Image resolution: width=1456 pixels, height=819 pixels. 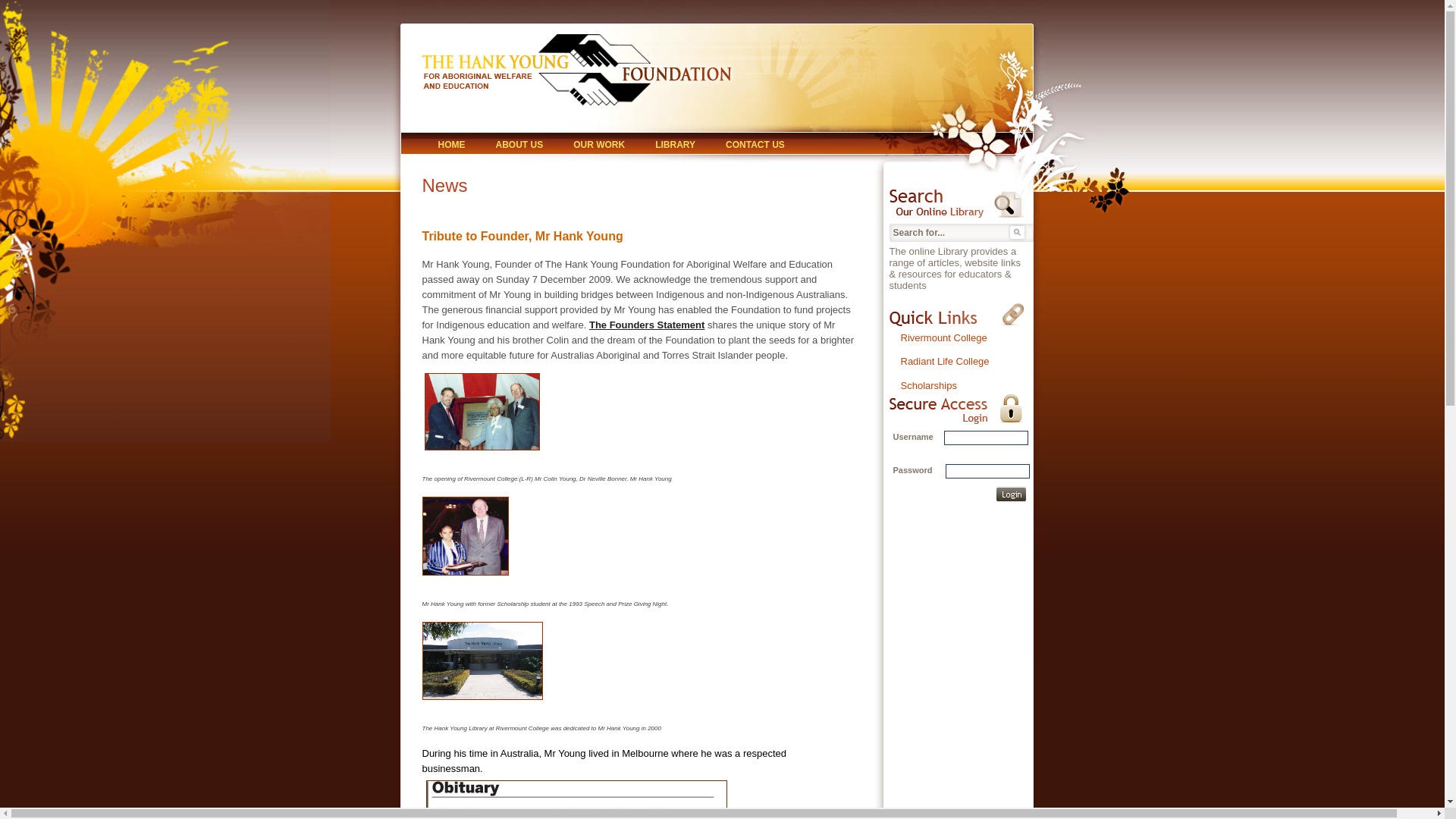 I want to click on 'Scholarships', so click(x=927, y=384).